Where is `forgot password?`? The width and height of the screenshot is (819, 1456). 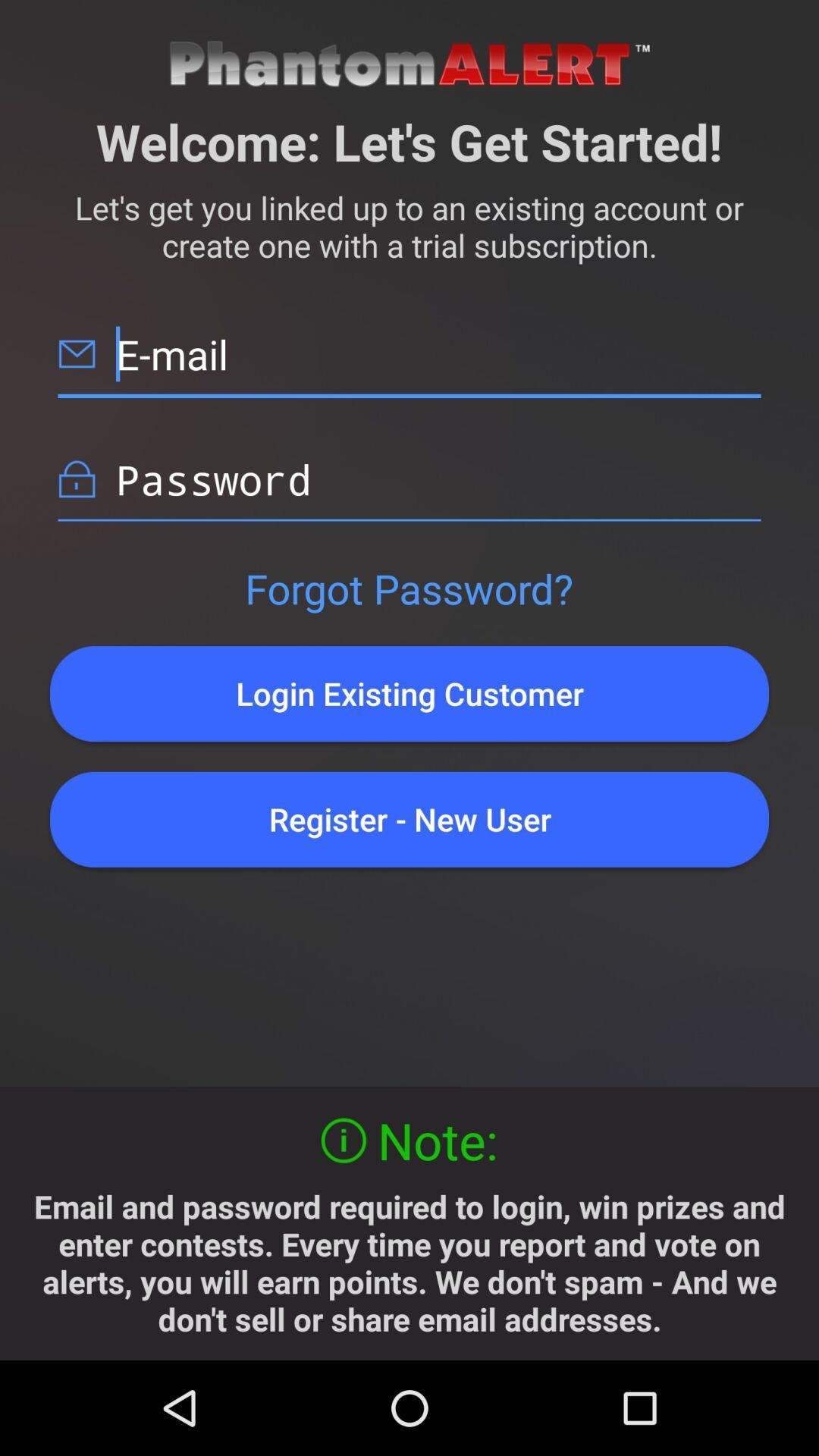
forgot password? is located at coordinates (408, 587).